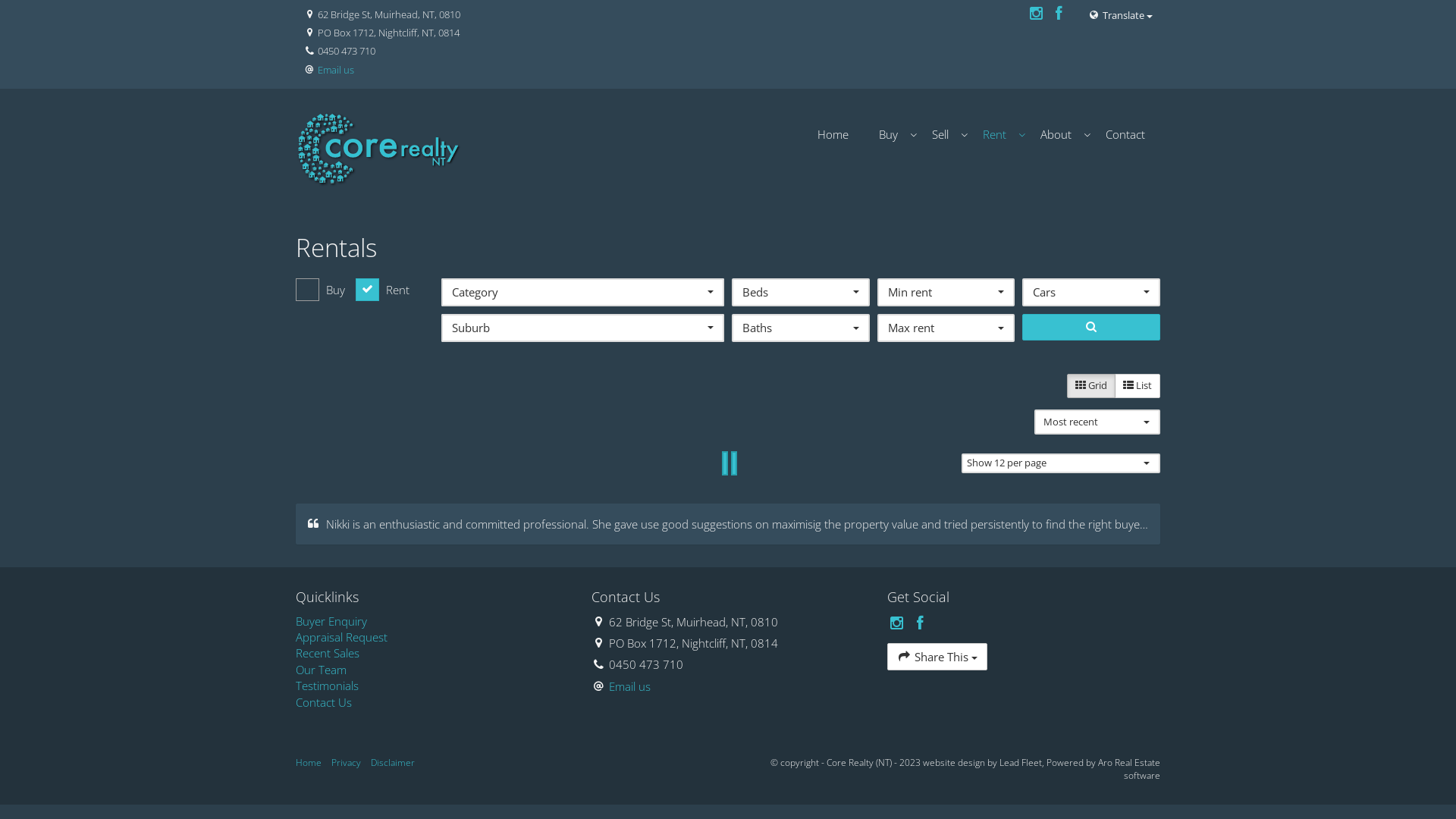 The image size is (1456, 819). Describe the element at coordinates (1125, 133) in the screenshot. I see `'Contact'` at that location.